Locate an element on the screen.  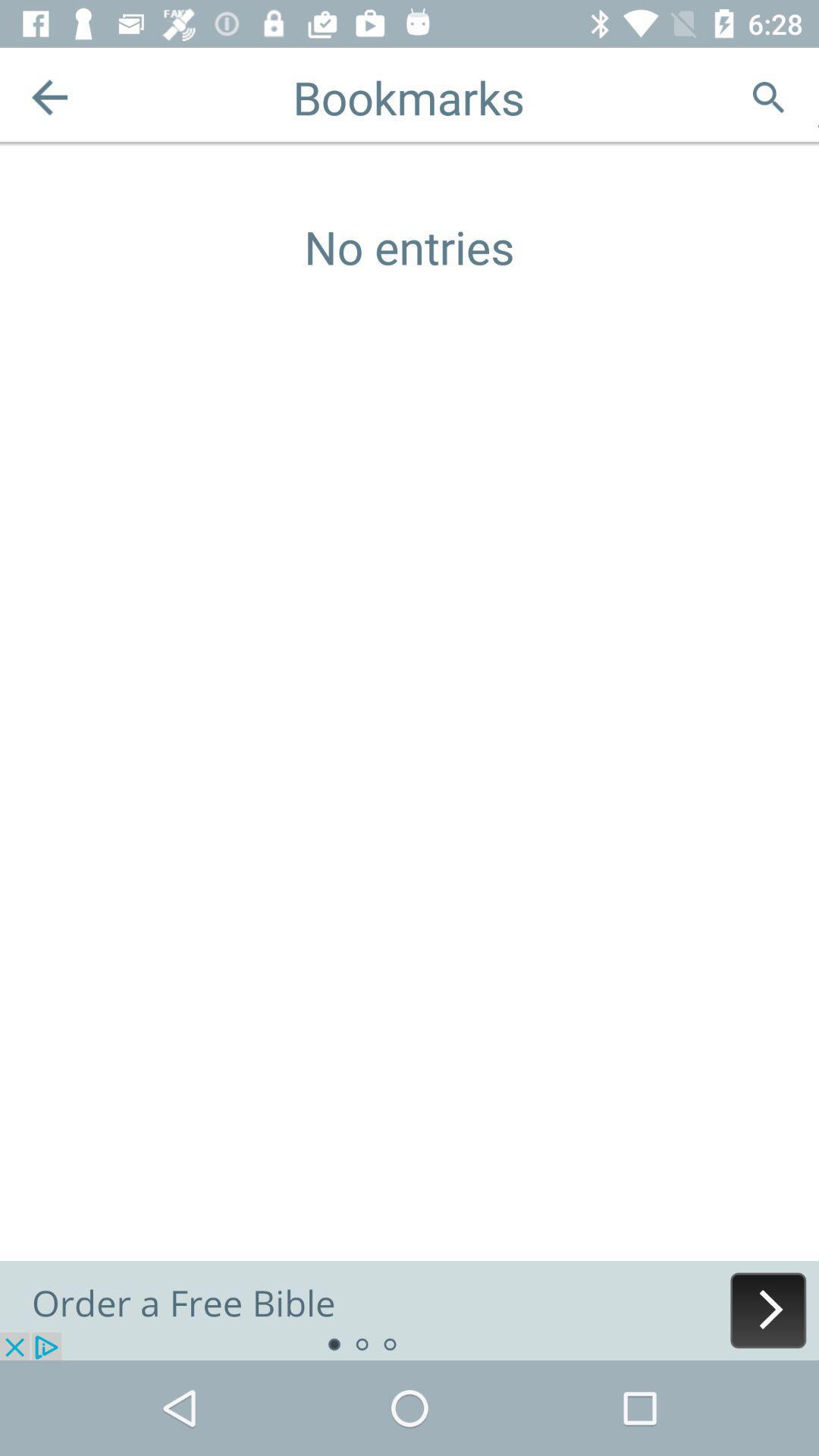
the arrow_backward icon is located at coordinates (49, 96).